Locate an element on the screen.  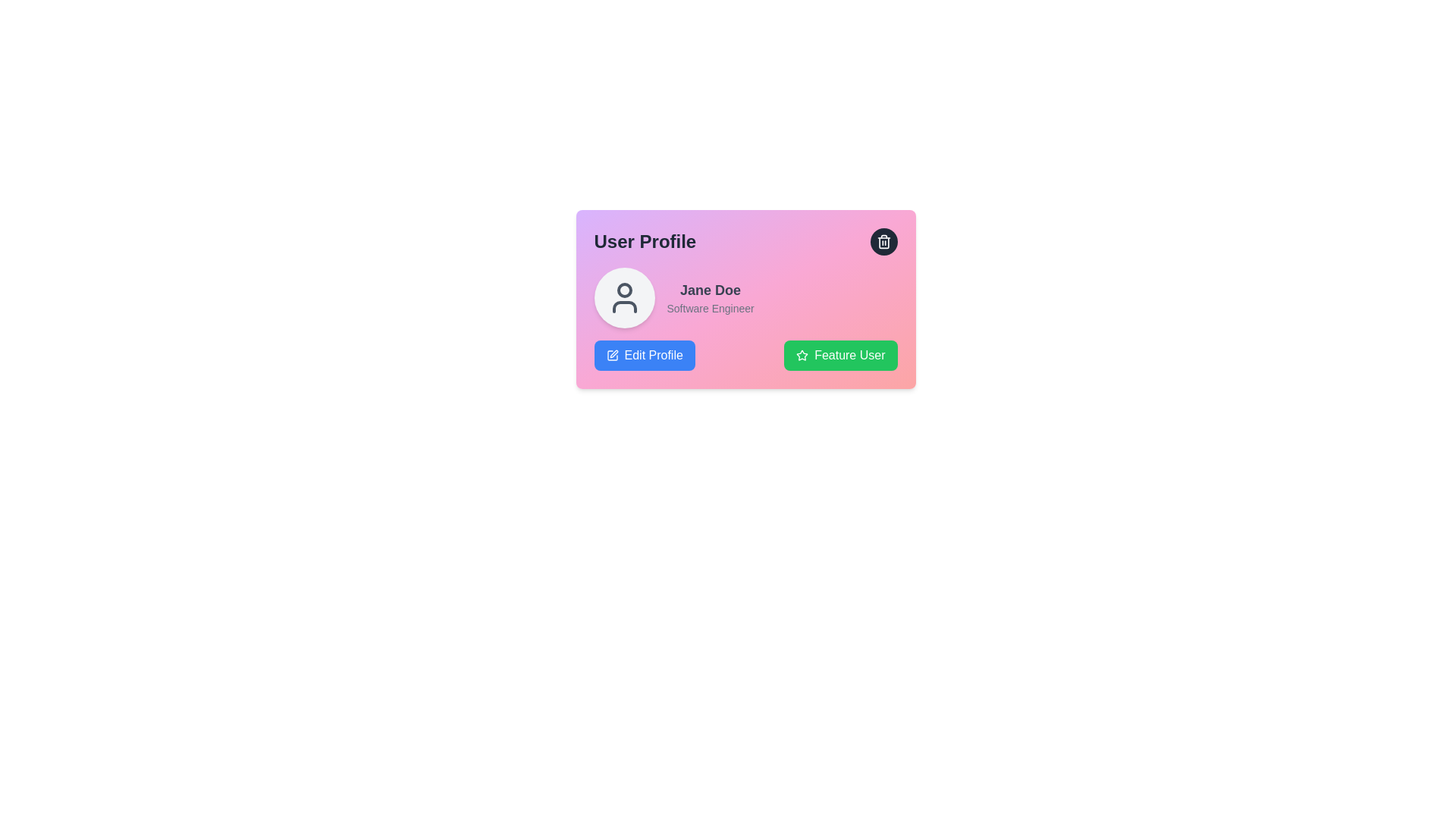
the delete icon button located in the top-right corner of the profile card is located at coordinates (883, 241).